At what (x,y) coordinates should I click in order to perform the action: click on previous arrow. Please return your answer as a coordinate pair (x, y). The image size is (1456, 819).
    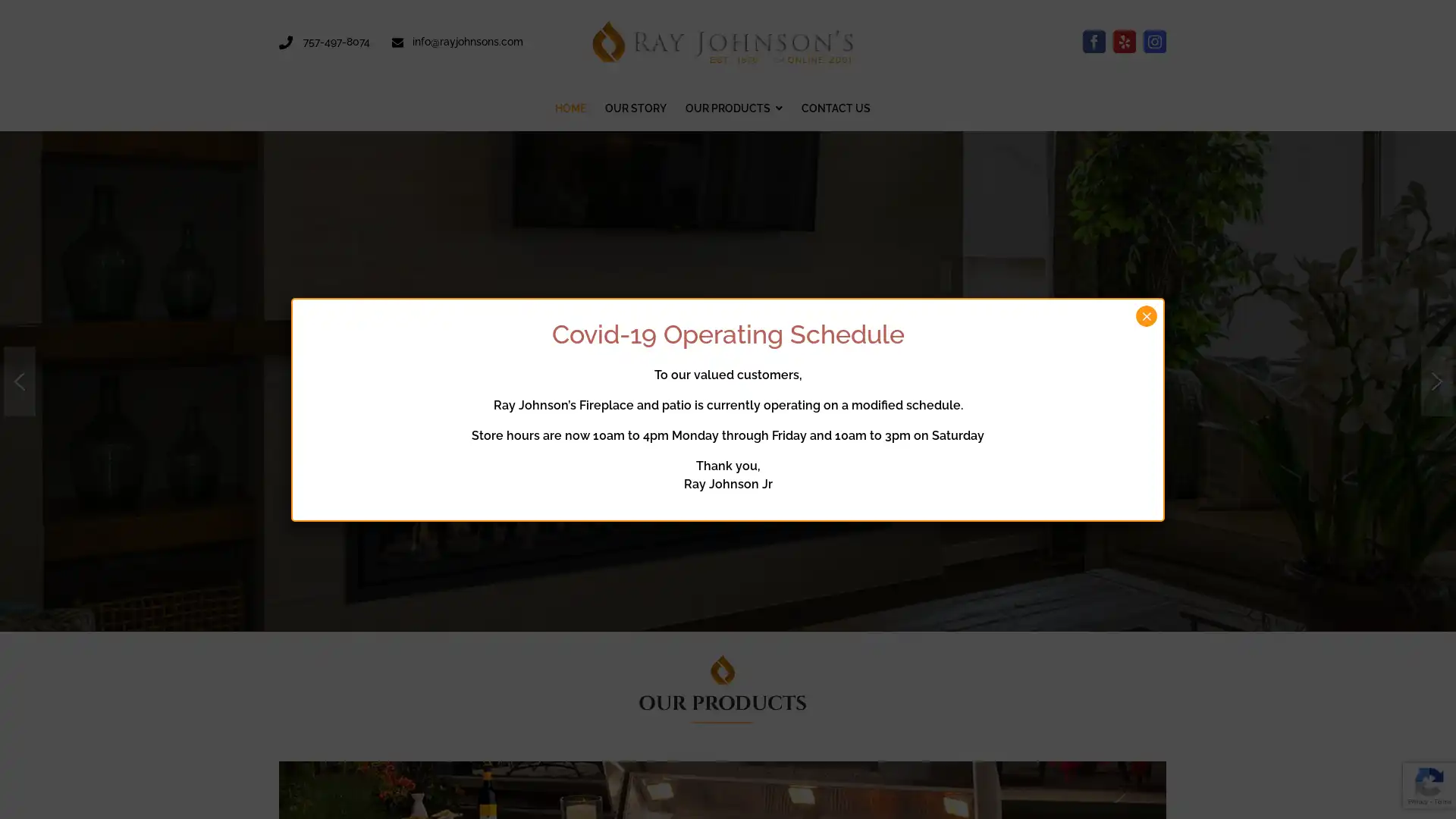
    Looking at the image, I should click on (18, 380).